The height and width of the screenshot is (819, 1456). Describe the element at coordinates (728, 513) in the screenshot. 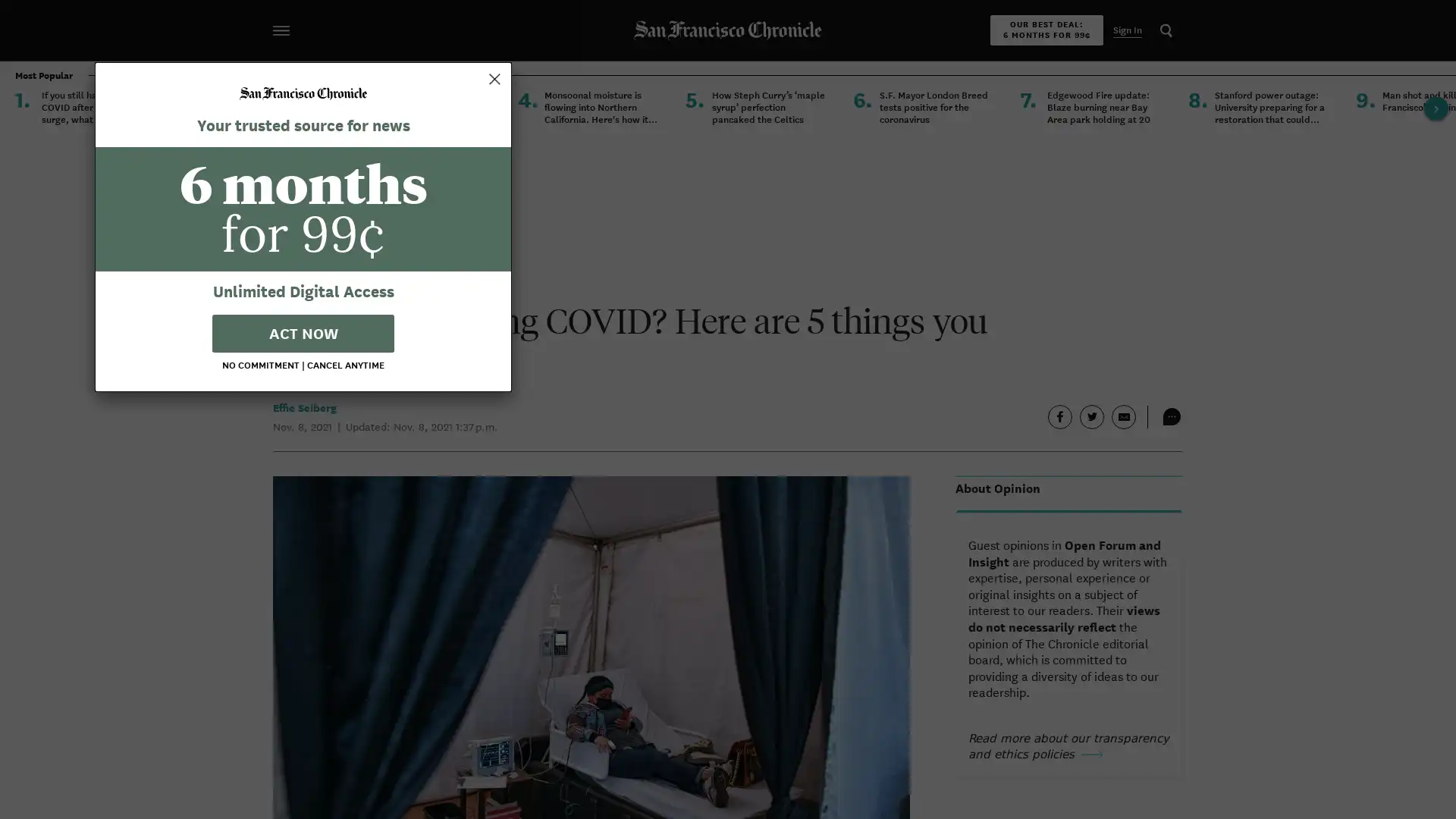

I see `ACT NOW` at that location.